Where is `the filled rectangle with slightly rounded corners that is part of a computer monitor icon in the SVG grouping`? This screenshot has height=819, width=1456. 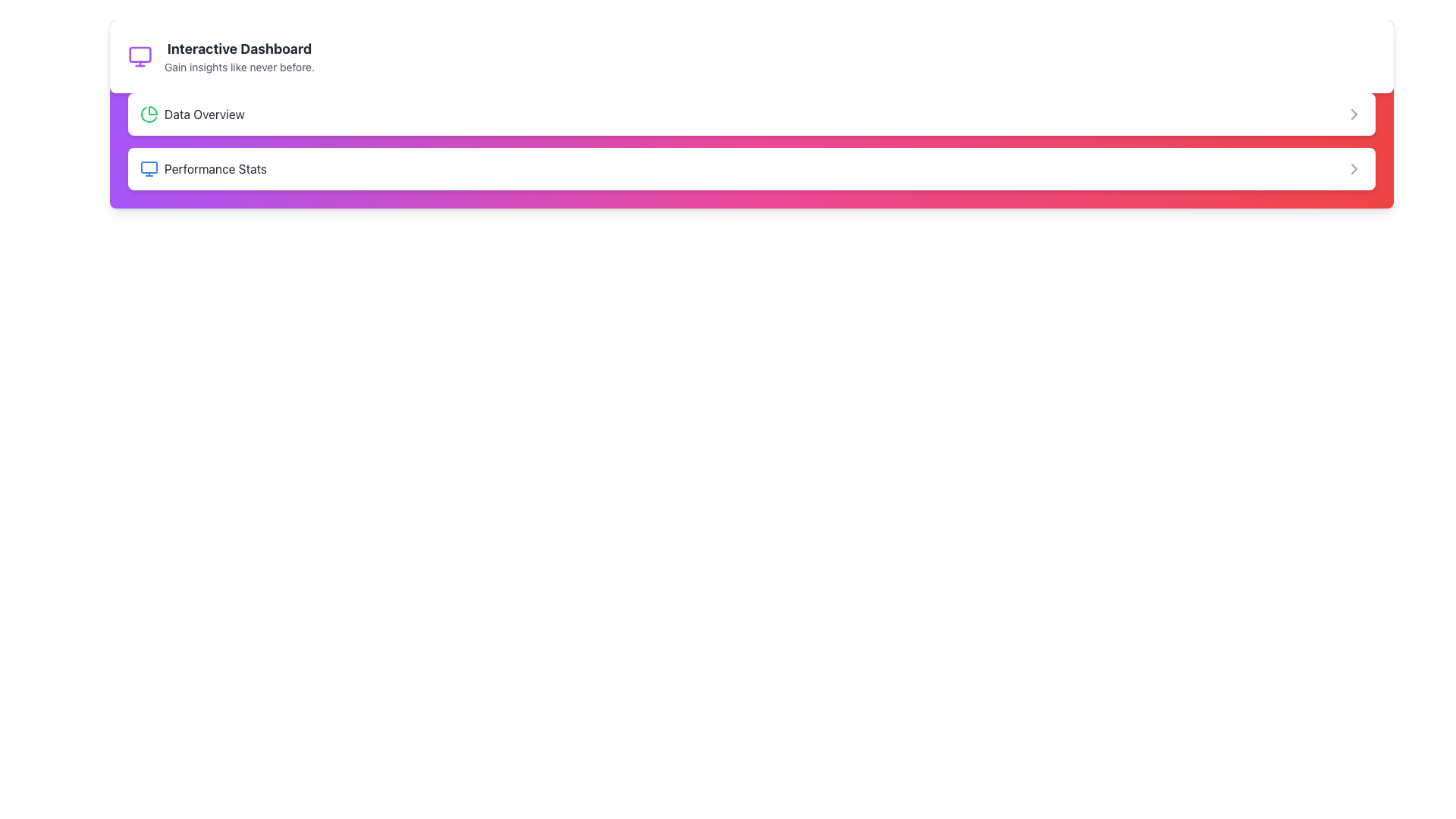 the filled rectangle with slightly rounded corners that is part of a computer monitor icon in the SVG grouping is located at coordinates (149, 167).